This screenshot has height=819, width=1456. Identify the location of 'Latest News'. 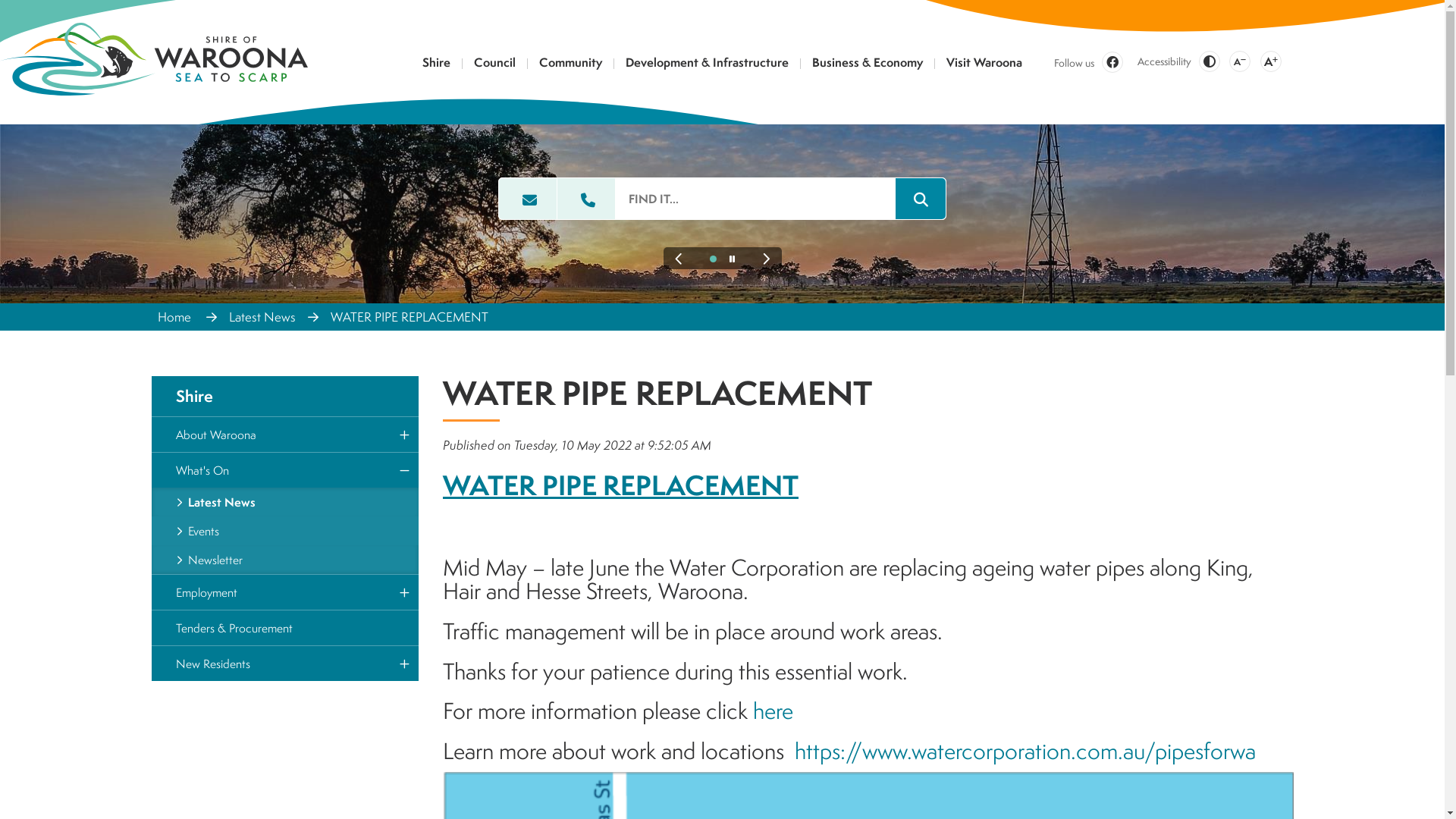
(262, 315).